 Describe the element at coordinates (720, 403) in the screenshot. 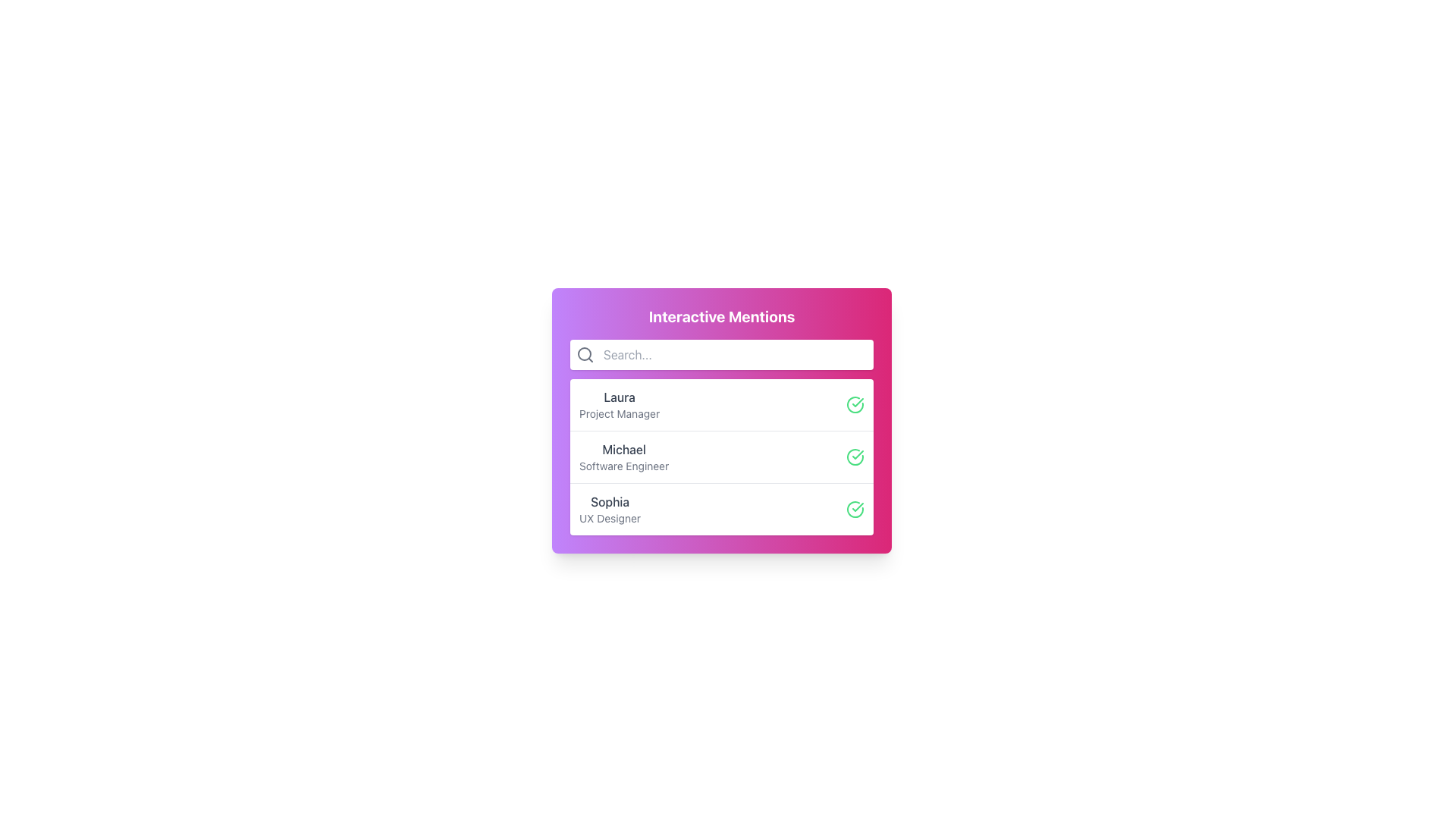

I see `the profile list item for 'Laura', the first item in the list` at that location.